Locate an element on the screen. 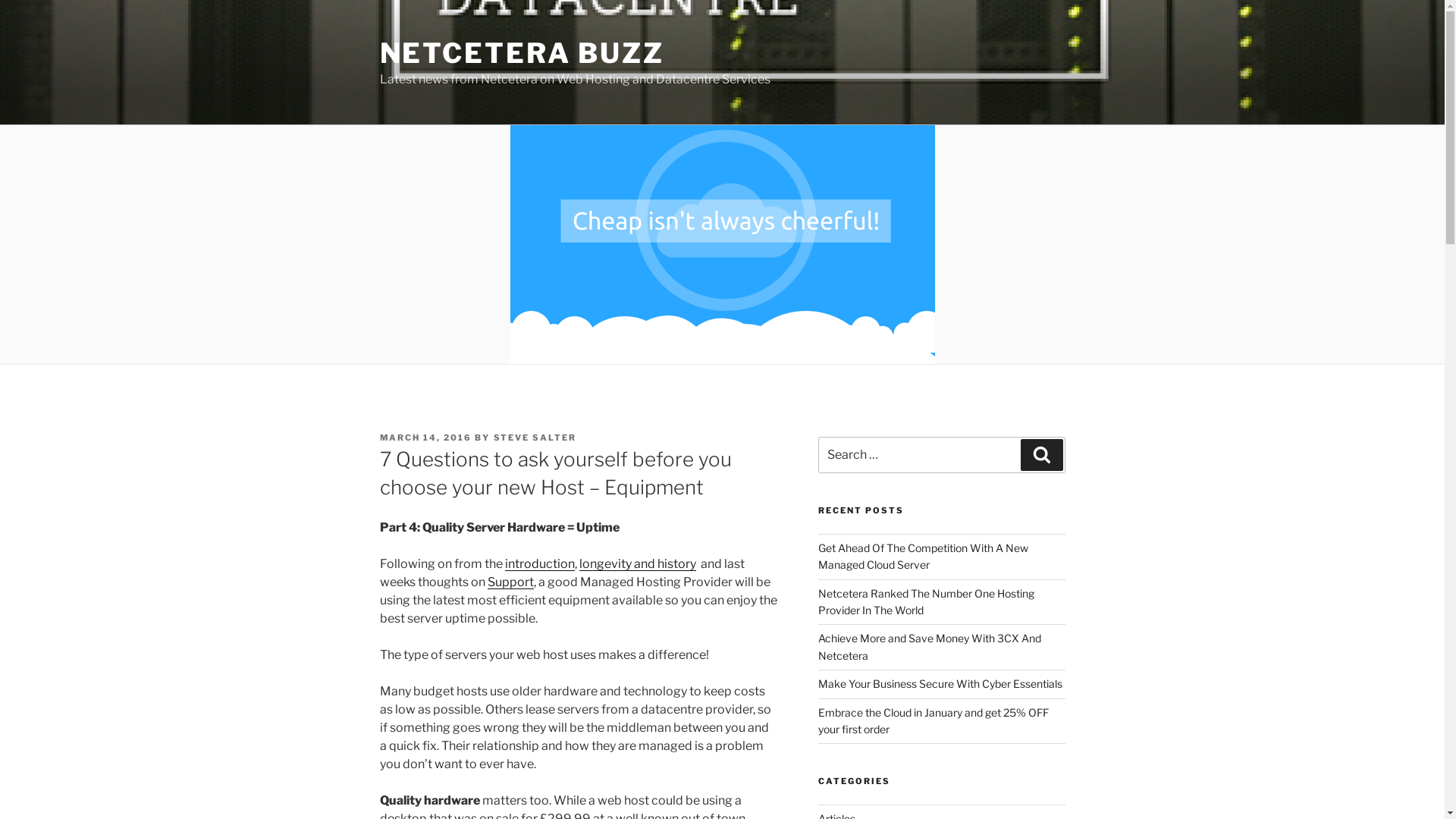 This screenshot has height=819, width=1456. 'Make Your Business Secure With Cyber Essentials' is located at coordinates (939, 683).